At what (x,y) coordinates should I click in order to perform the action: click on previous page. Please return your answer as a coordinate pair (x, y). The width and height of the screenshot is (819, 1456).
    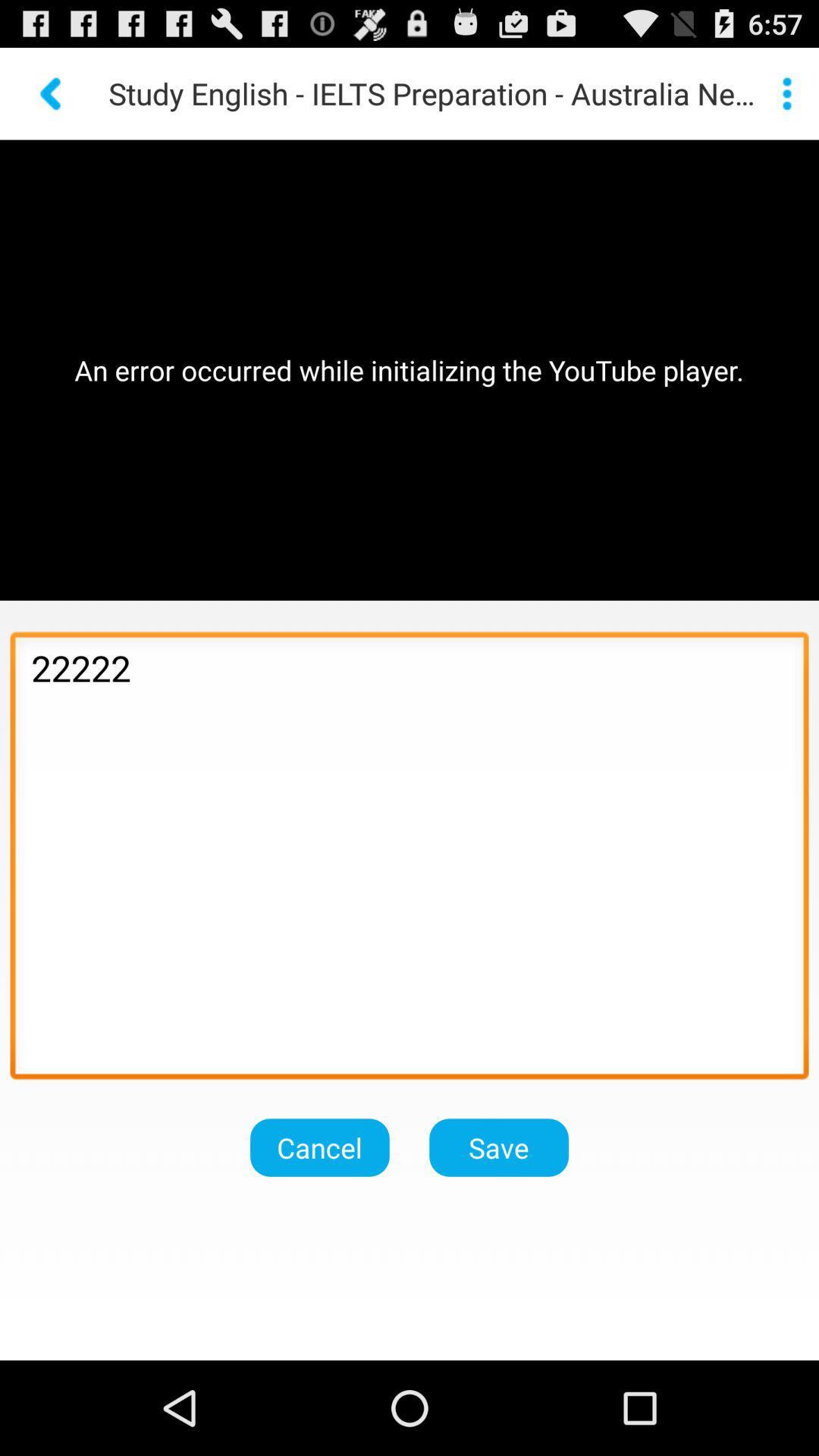
    Looking at the image, I should click on (52, 93).